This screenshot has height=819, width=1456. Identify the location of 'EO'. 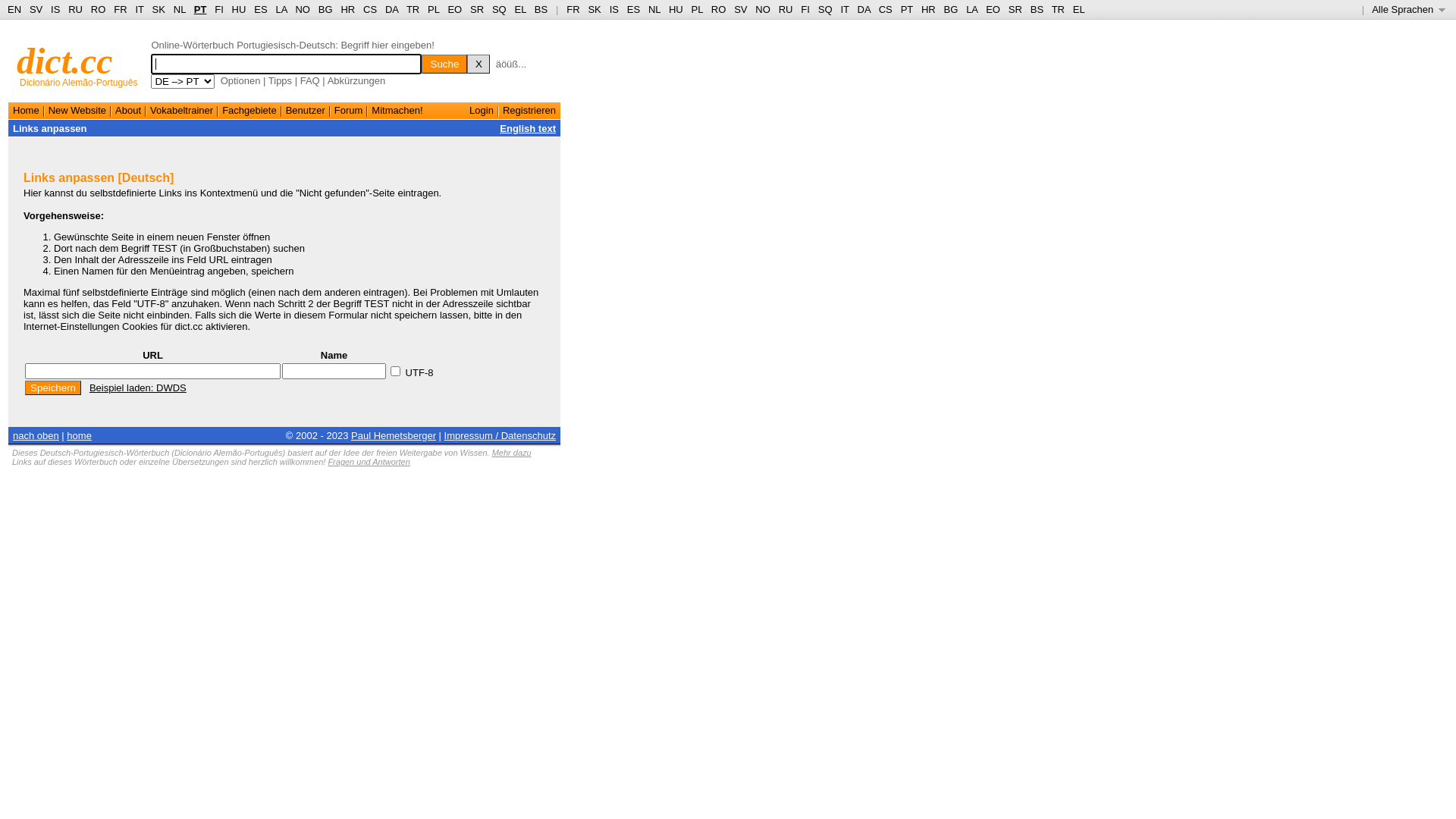
(447, 9).